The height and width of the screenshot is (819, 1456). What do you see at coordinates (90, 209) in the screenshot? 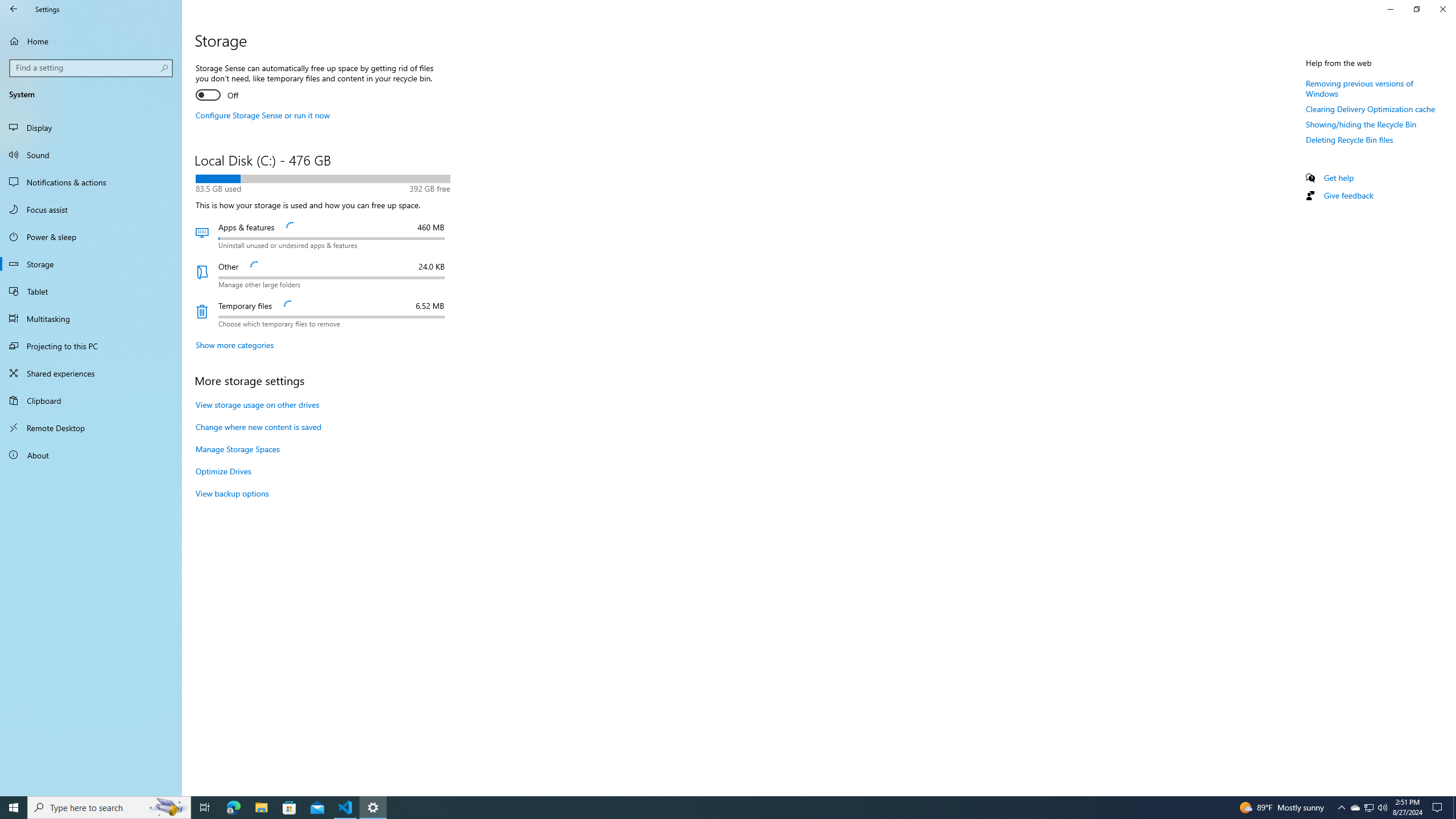
I see `'Focus assist'` at bounding box center [90, 209].